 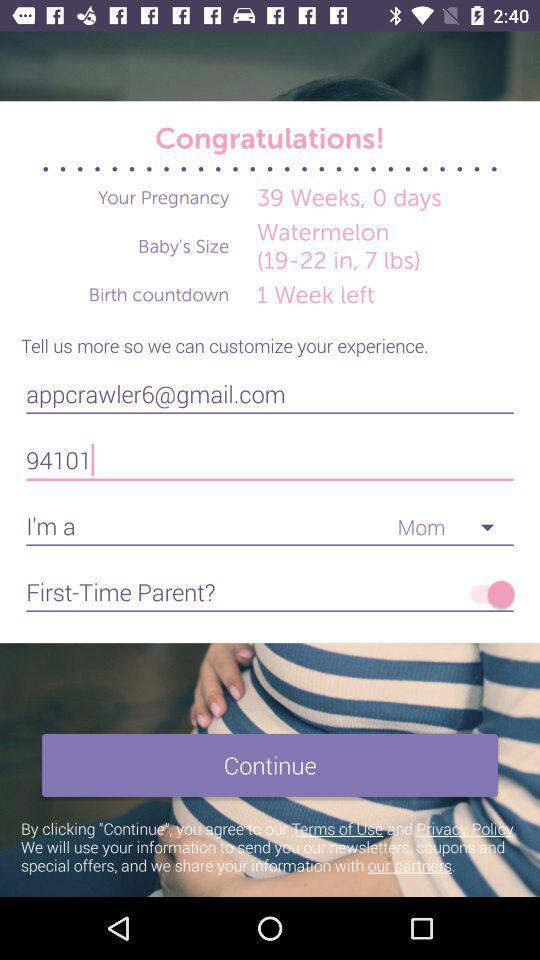 I want to click on the item below the i'm a, so click(x=486, y=594).